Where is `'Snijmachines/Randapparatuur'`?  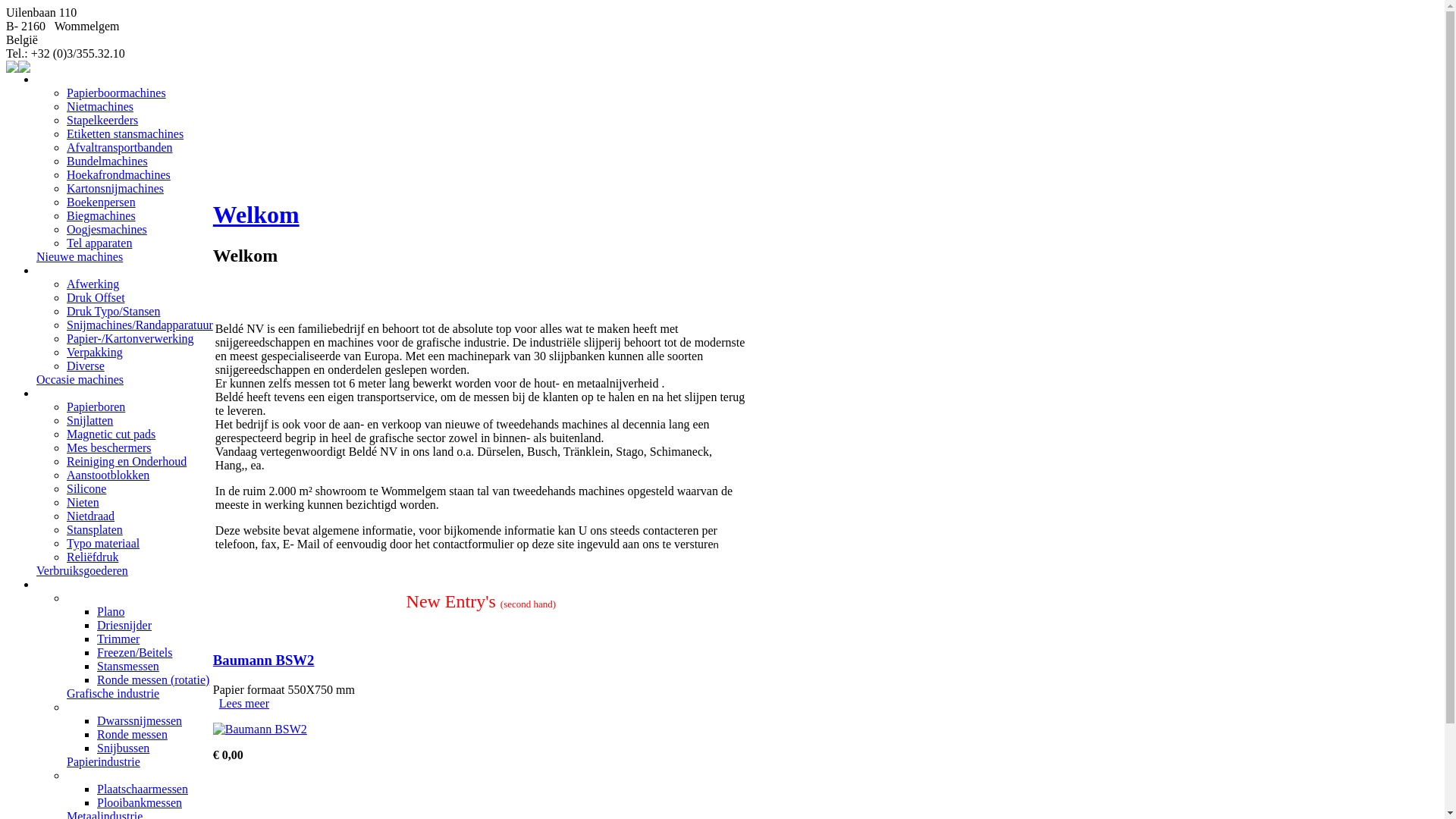
'Snijmachines/Randapparatuur' is located at coordinates (140, 324).